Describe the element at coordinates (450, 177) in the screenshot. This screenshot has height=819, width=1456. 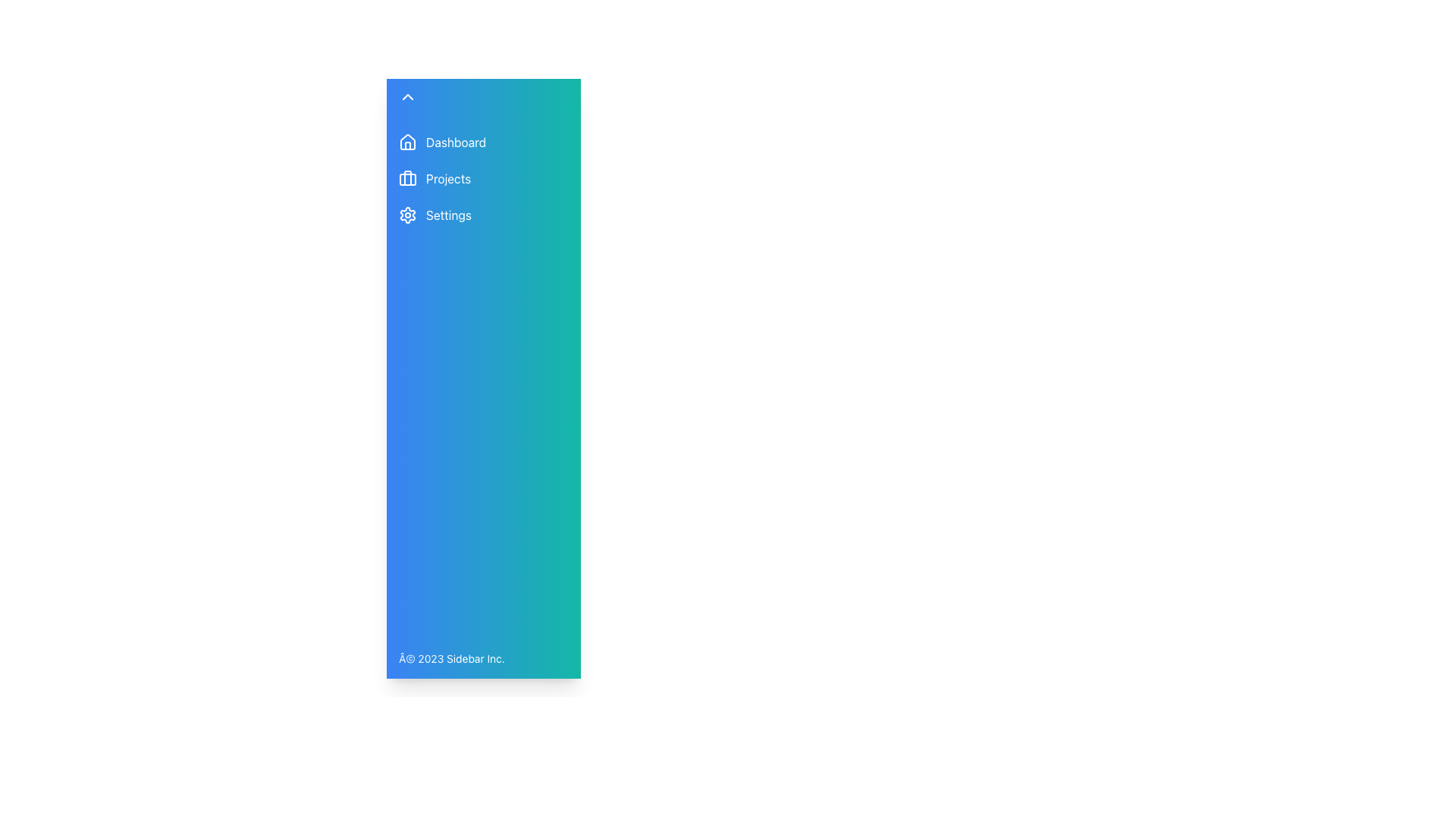
I see `the middle navigational menu item in the application's sidebar` at that location.